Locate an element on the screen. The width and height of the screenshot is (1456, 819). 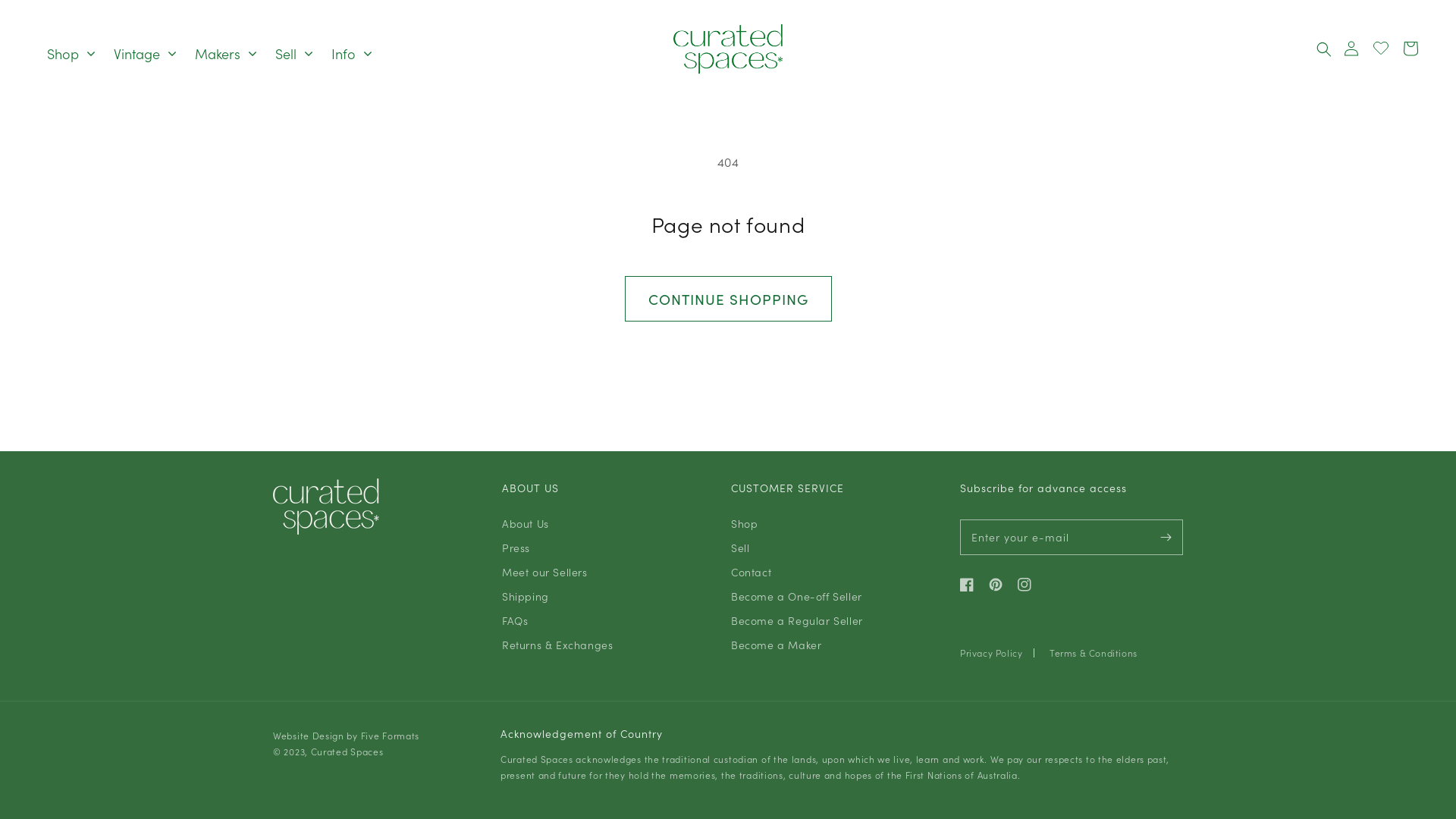
'Facebook' is located at coordinates (971, 584).